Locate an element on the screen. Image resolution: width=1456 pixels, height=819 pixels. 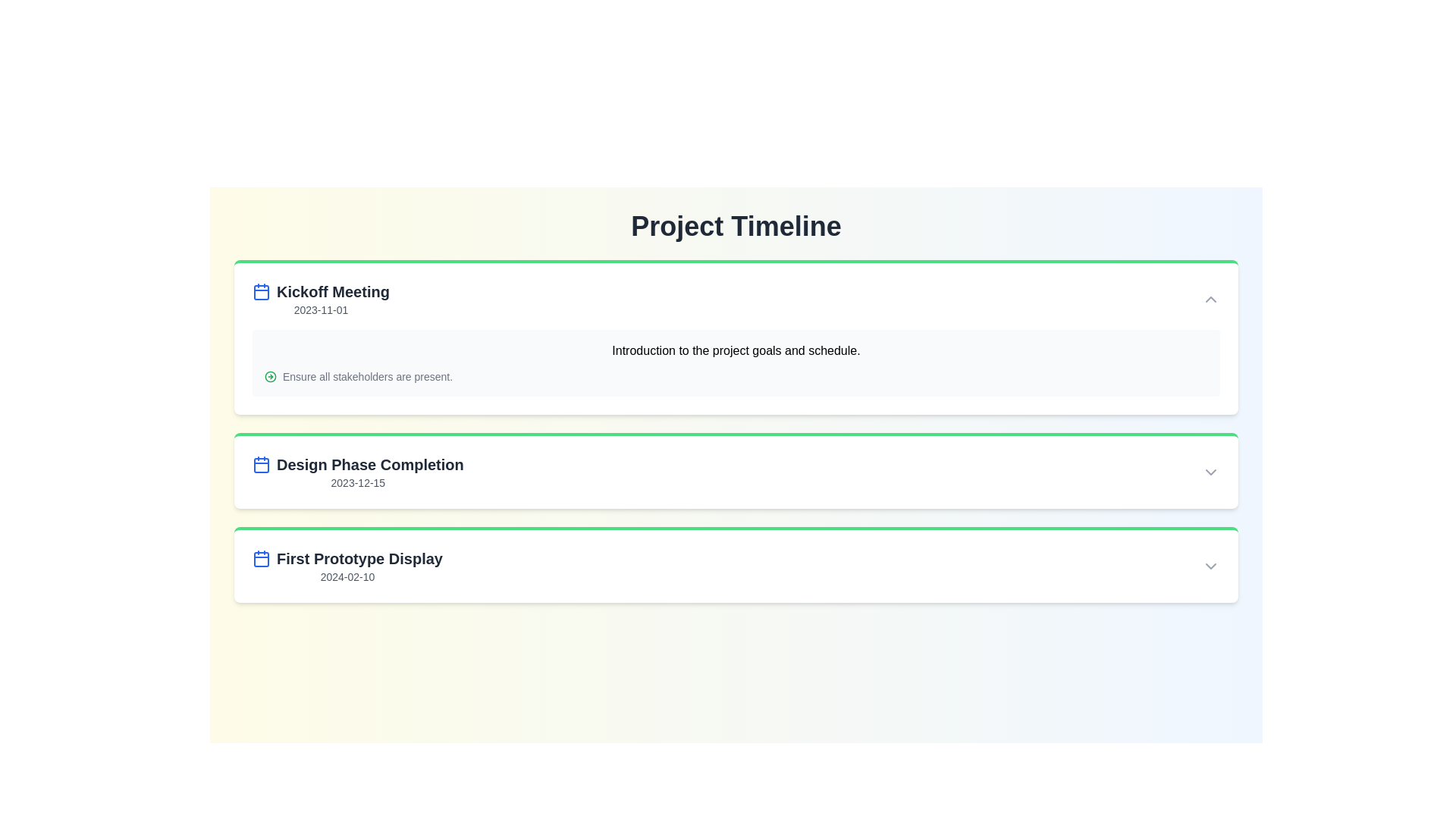
the header element displaying 'First Prototype Display' with an associated blue calendar icon, located in the third section of the timeline entries is located at coordinates (347, 558).